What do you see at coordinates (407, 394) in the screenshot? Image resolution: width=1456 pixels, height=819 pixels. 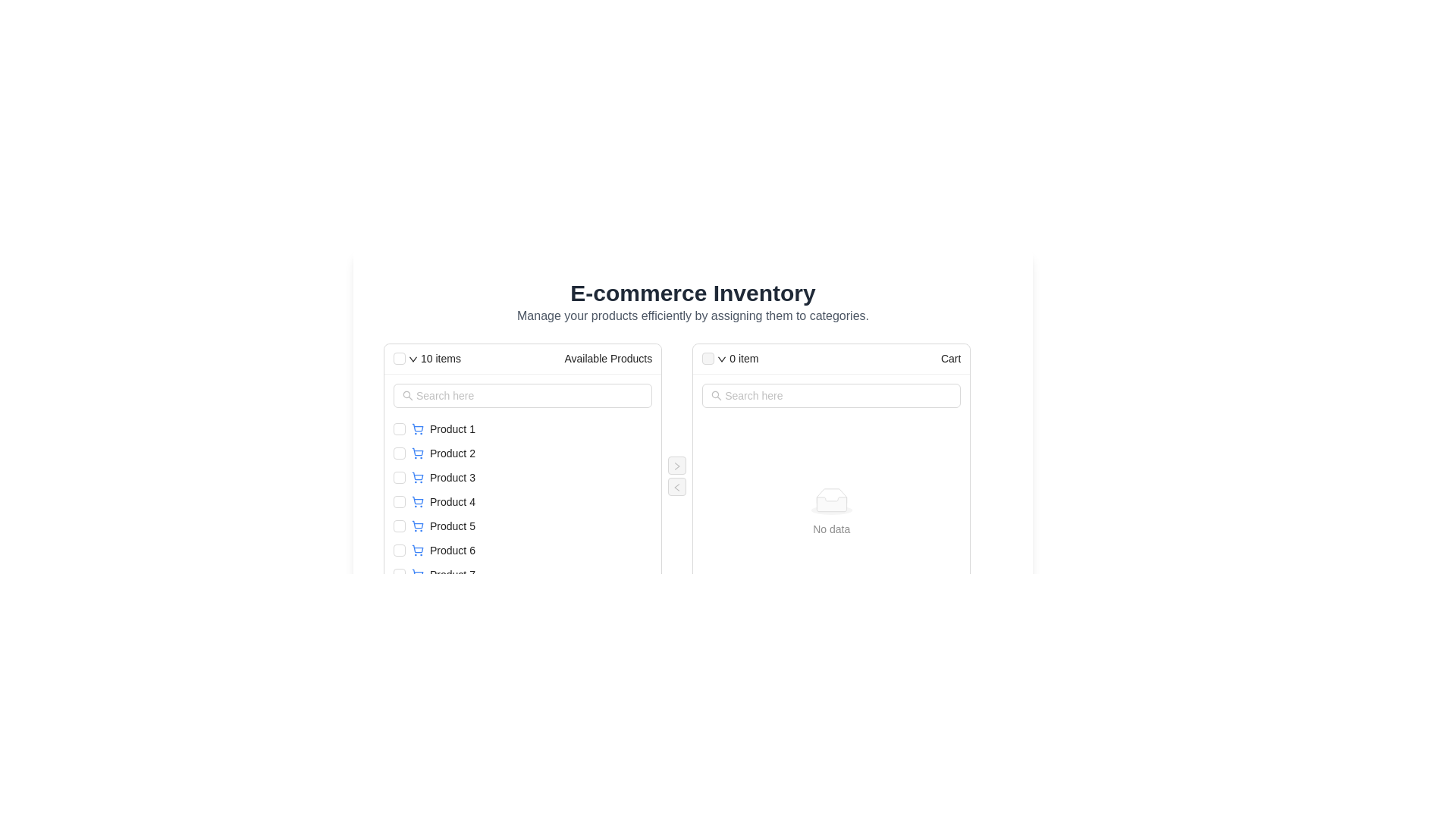 I see `the search icon located at the beginning of the 'Search here' input field in the 'Available Products' section` at bounding box center [407, 394].